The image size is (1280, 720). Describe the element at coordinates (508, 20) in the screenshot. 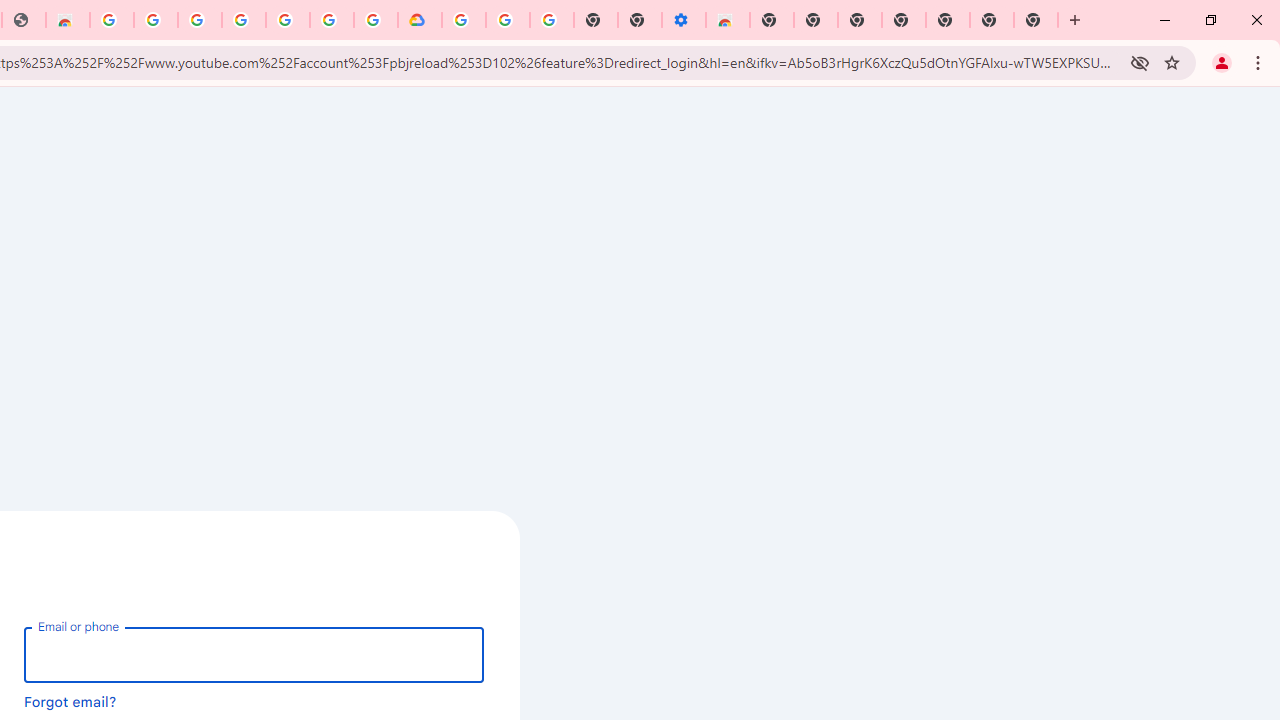

I see `'Google Account Help'` at that location.